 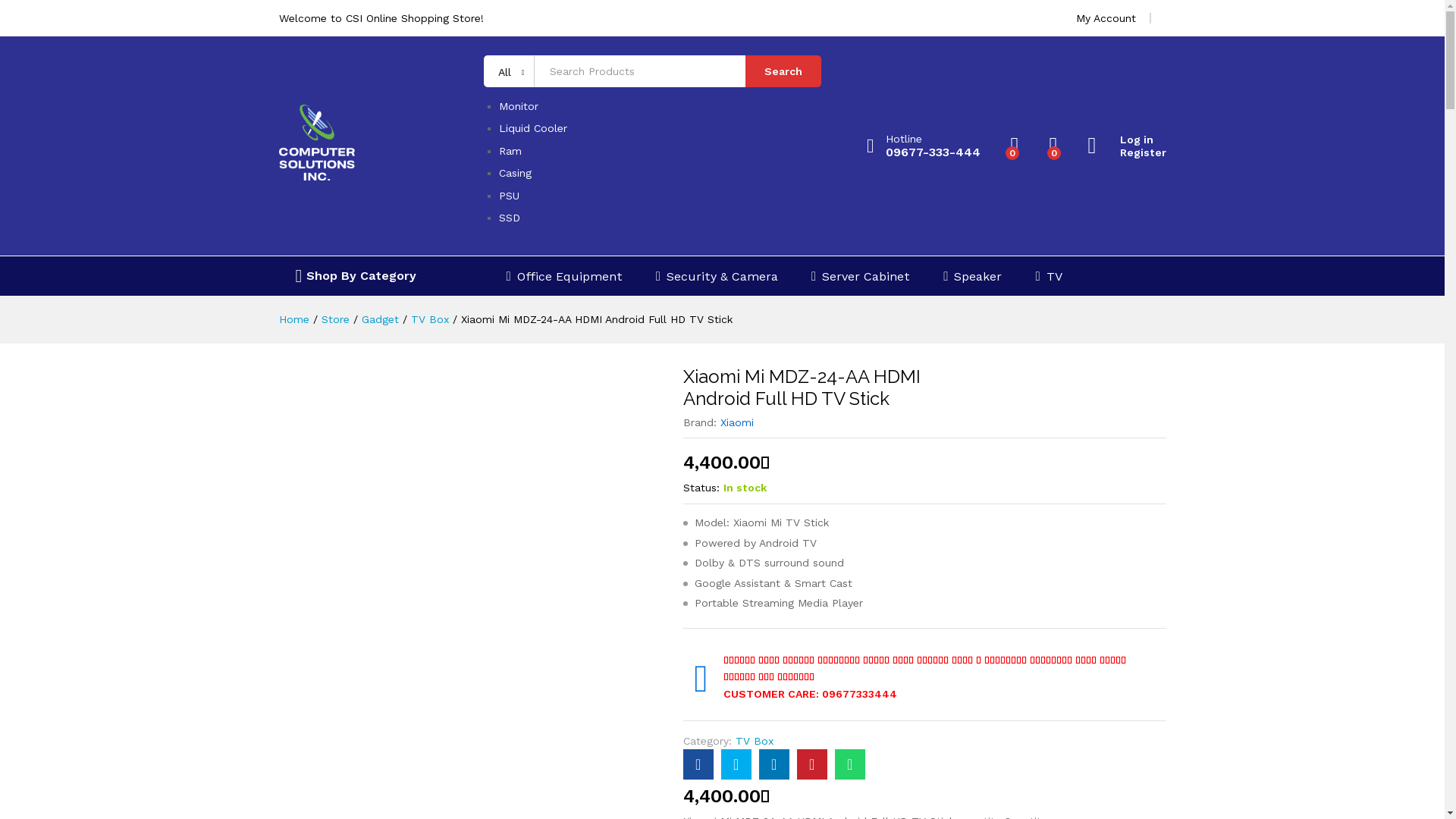 What do you see at coordinates (736, 422) in the screenshot?
I see `'Xiaomi'` at bounding box center [736, 422].